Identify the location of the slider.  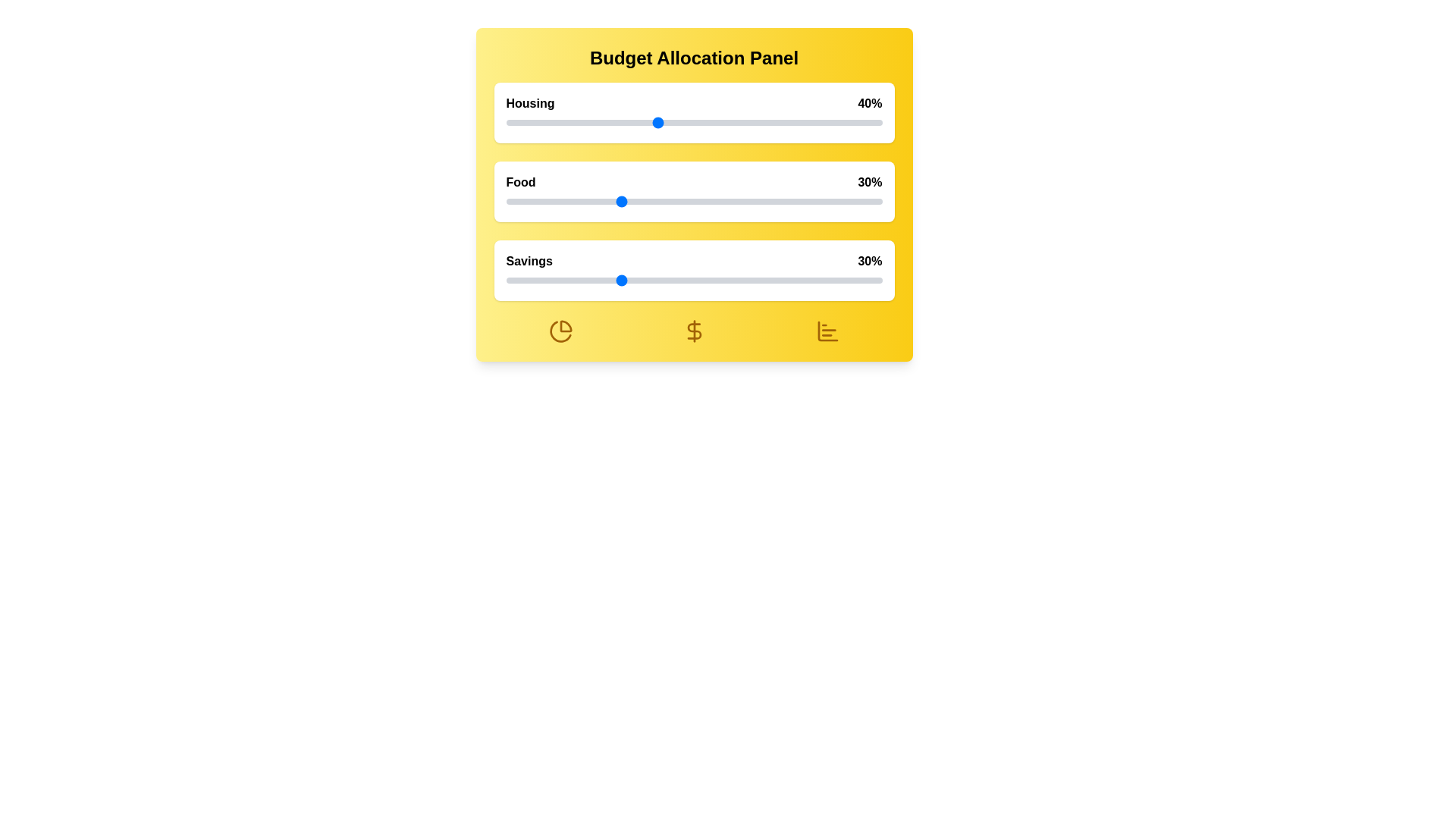
(746, 201).